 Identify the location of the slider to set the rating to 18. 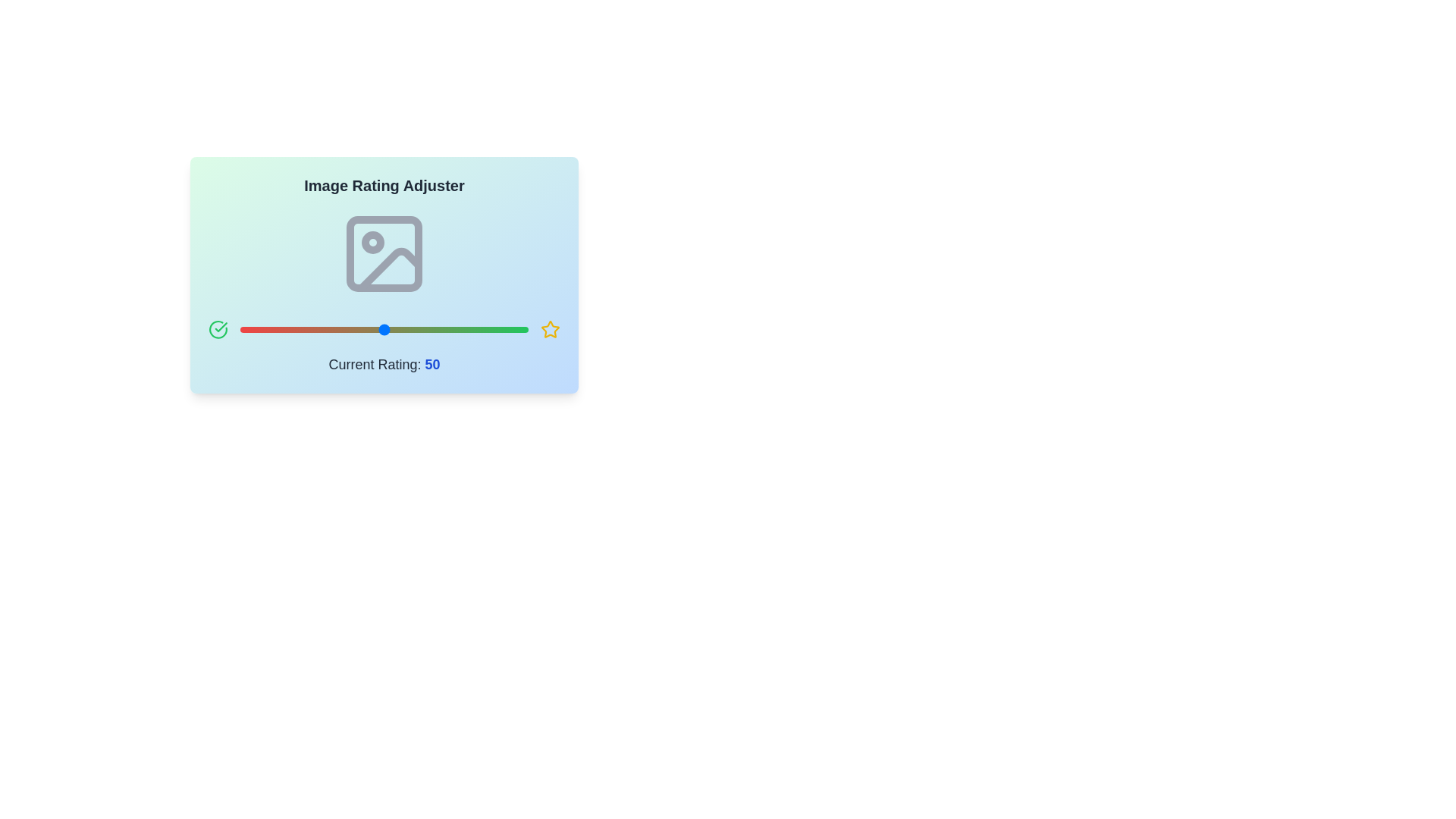
(292, 329).